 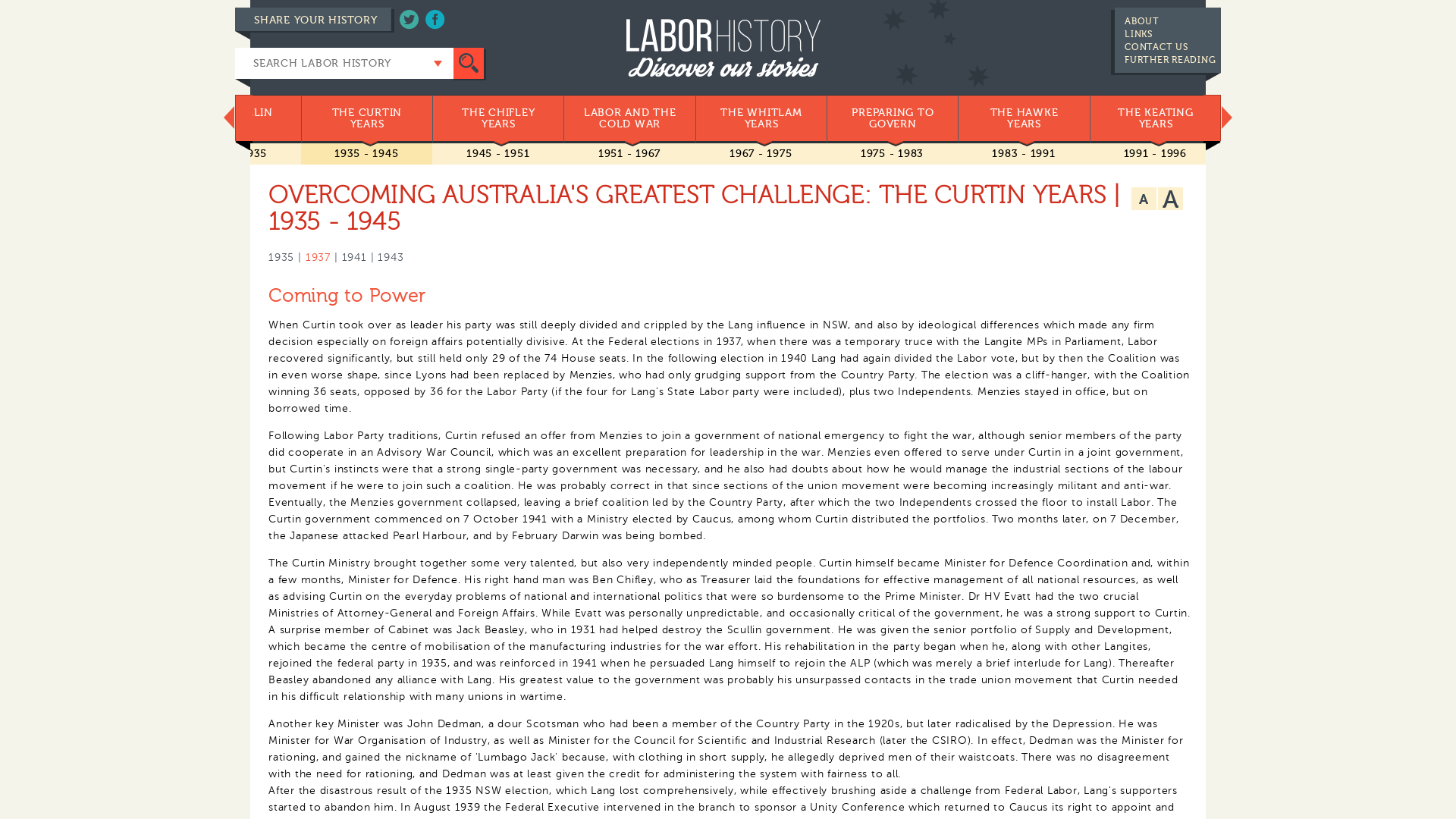 What do you see at coordinates (366, 153) in the screenshot?
I see `'1935 - 1945'` at bounding box center [366, 153].